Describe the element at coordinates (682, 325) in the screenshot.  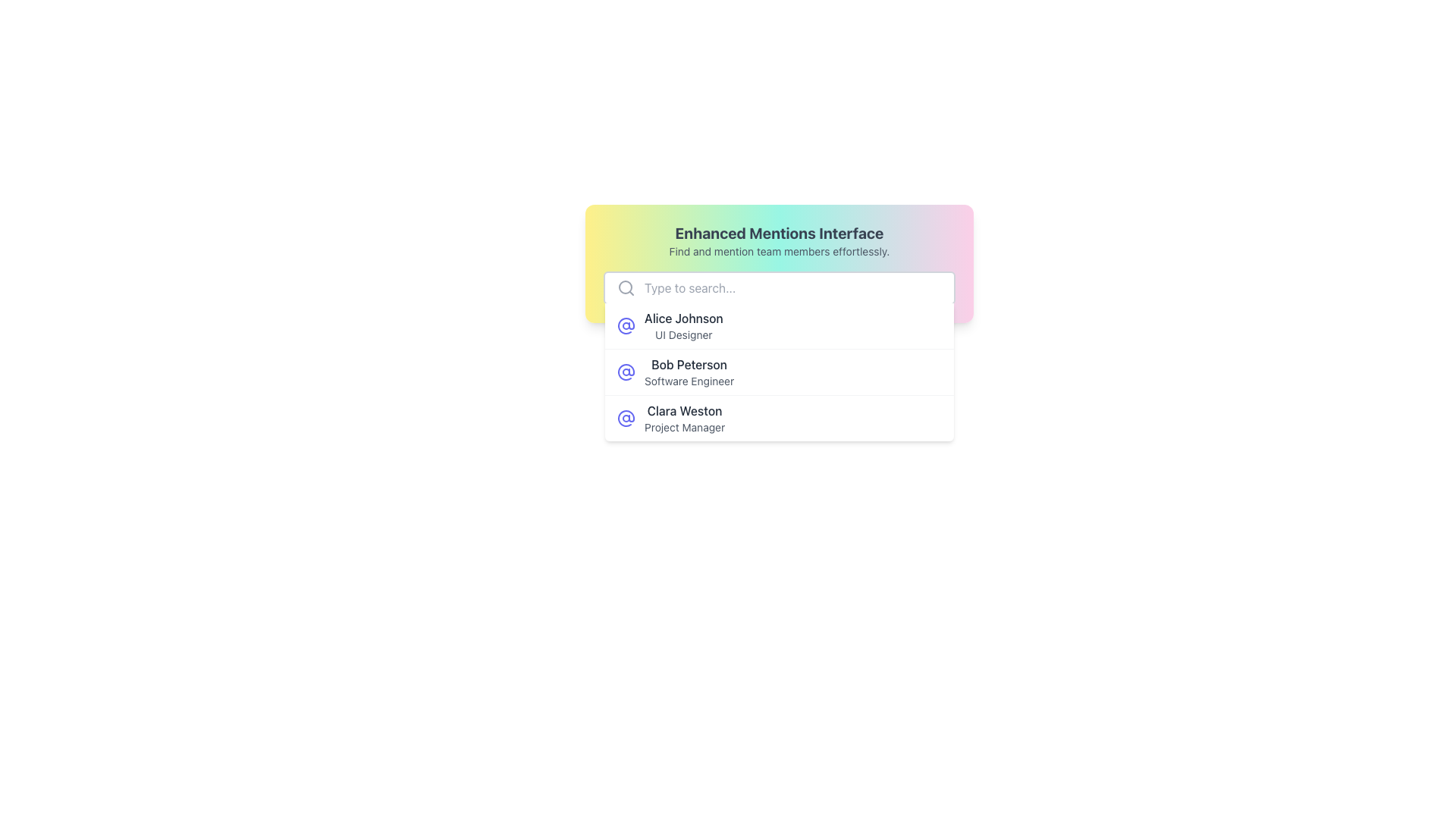
I see `the first item` at that location.